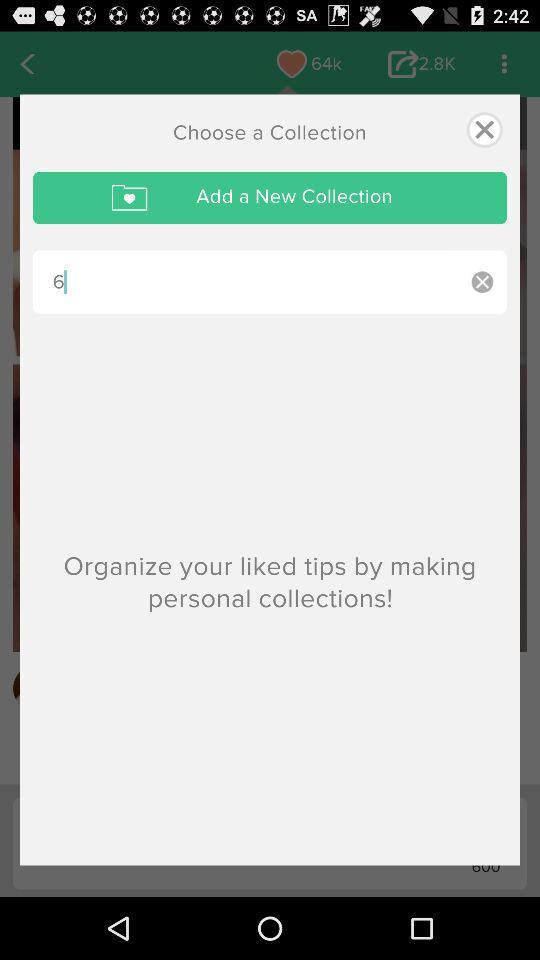 This screenshot has width=540, height=960. Describe the element at coordinates (270, 197) in the screenshot. I see `the icon above the 6` at that location.